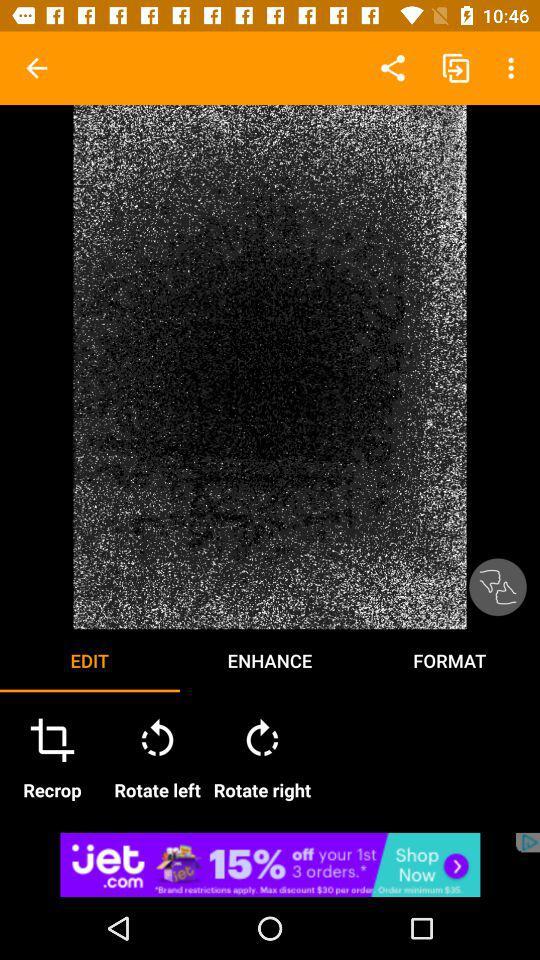  I want to click on share the article, so click(270, 863).